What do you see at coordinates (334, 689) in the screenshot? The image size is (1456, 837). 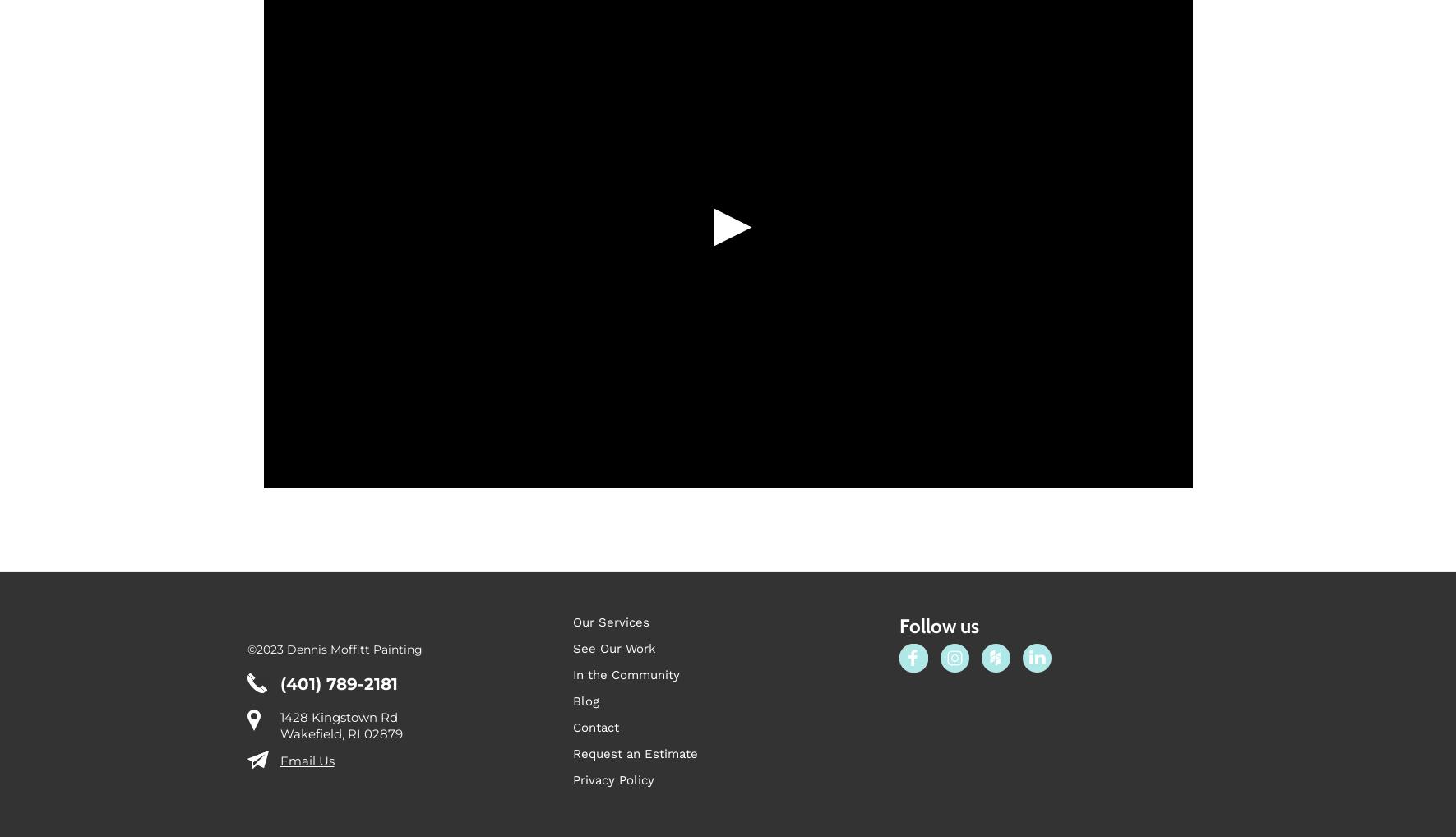 I see `'©2023 Dennis Moffitt Painting'` at bounding box center [334, 689].